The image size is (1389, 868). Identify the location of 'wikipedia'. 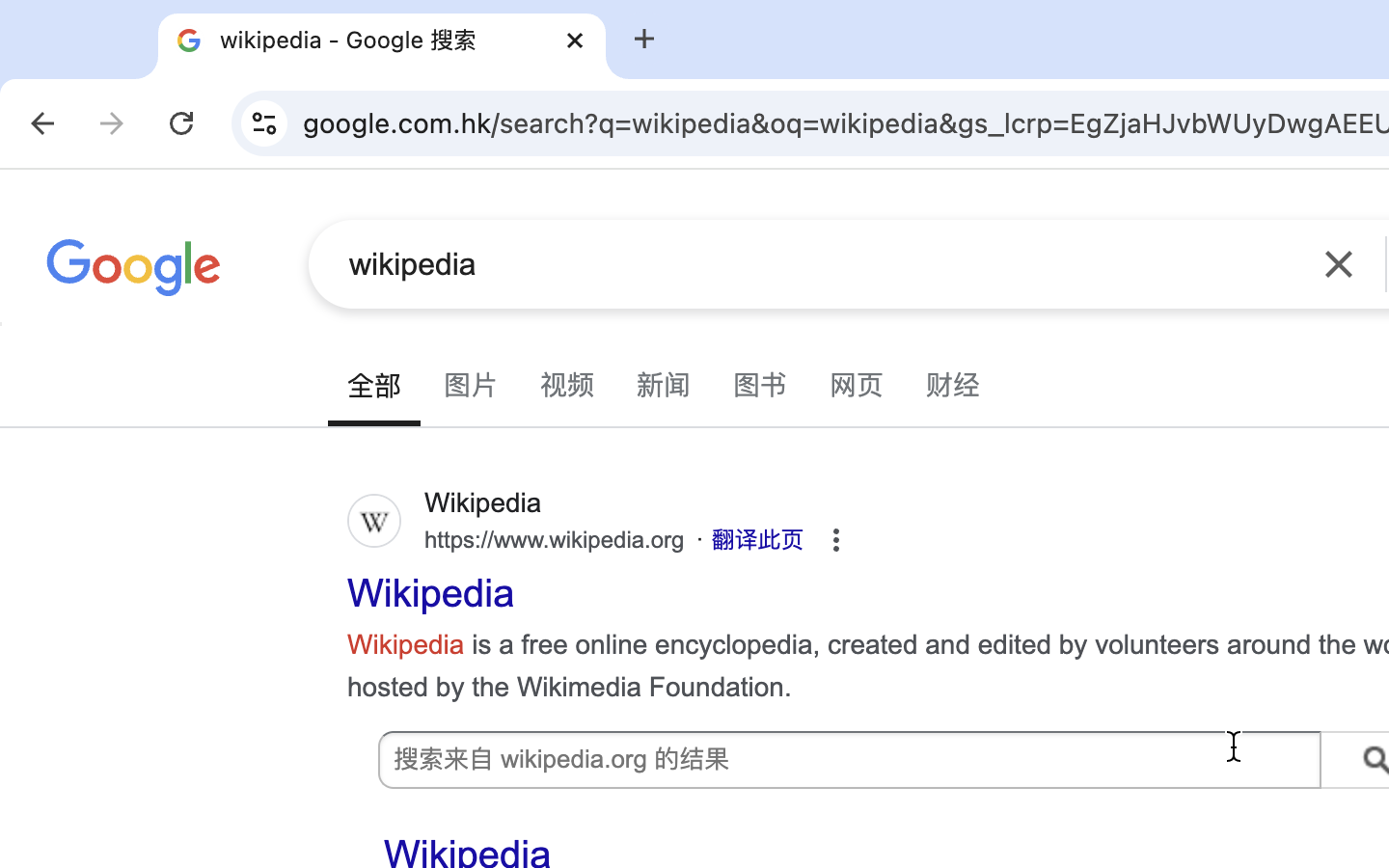
(820, 262).